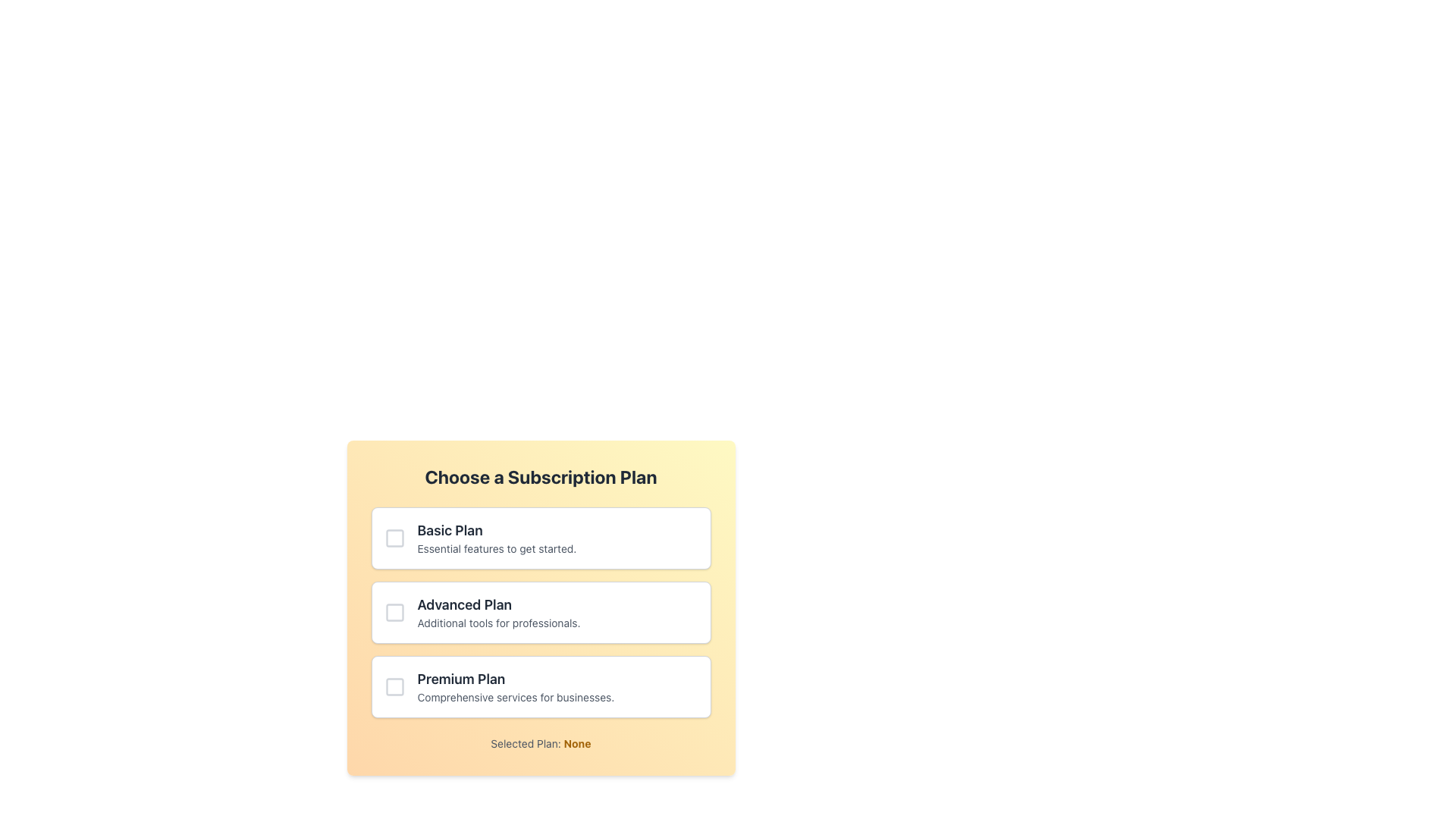 The width and height of the screenshot is (1456, 819). I want to click on the checkbox, so click(541, 611).